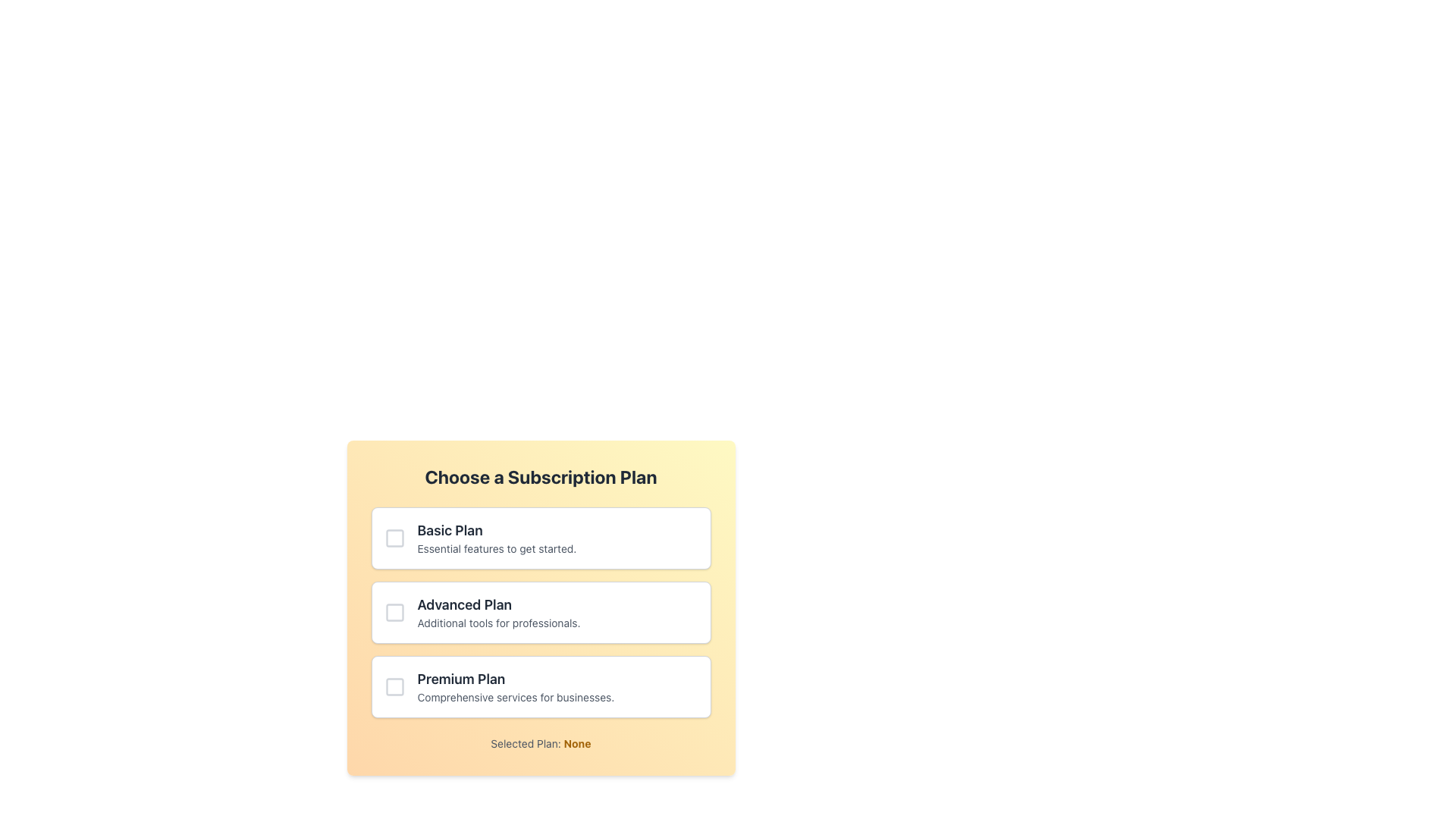 The width and height of the screenshot is (1456, 819). I want to click on the checkbox, so click(541, 611).